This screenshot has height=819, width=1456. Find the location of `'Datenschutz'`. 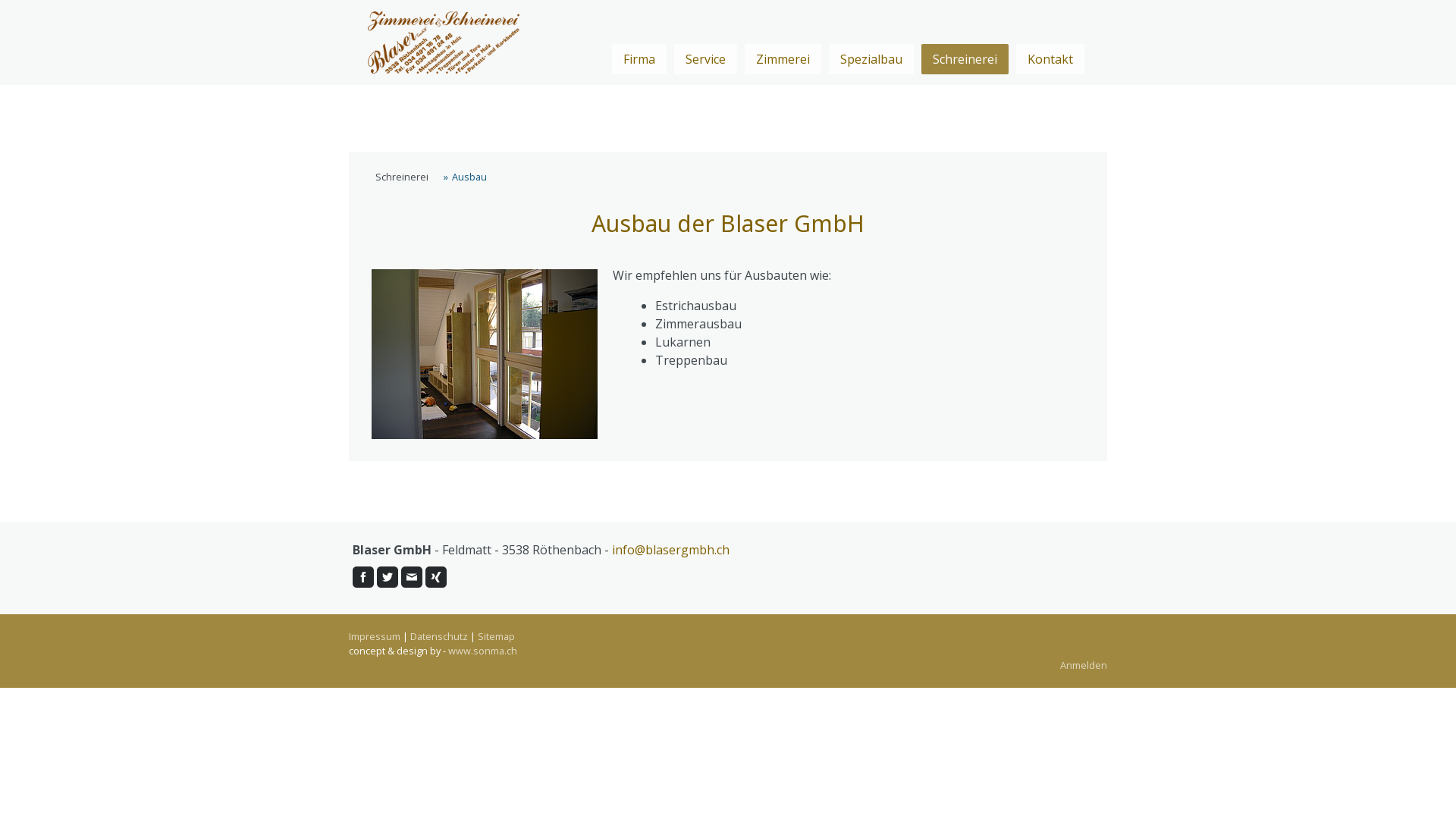

'Datenschutz' is located at coordinates (438, 636).